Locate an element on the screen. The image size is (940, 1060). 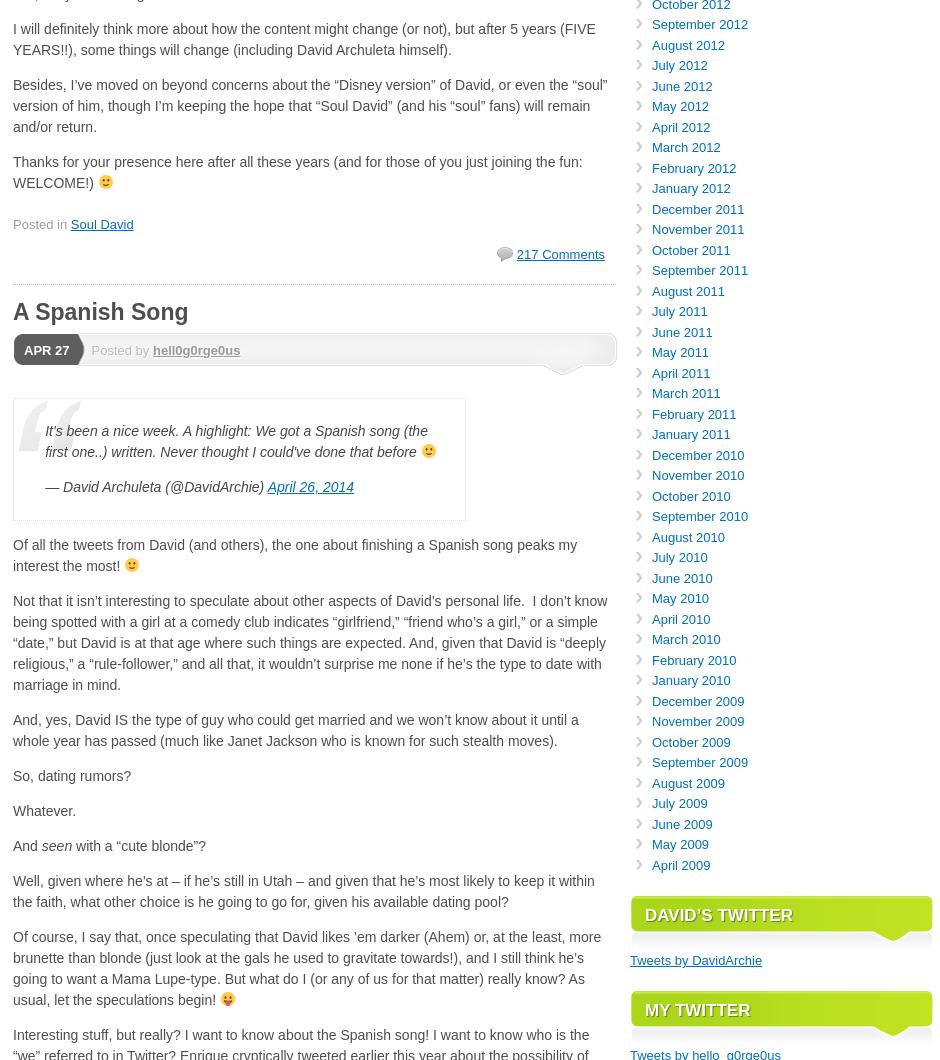
'August 2009' is located at coordinates (687, 781).